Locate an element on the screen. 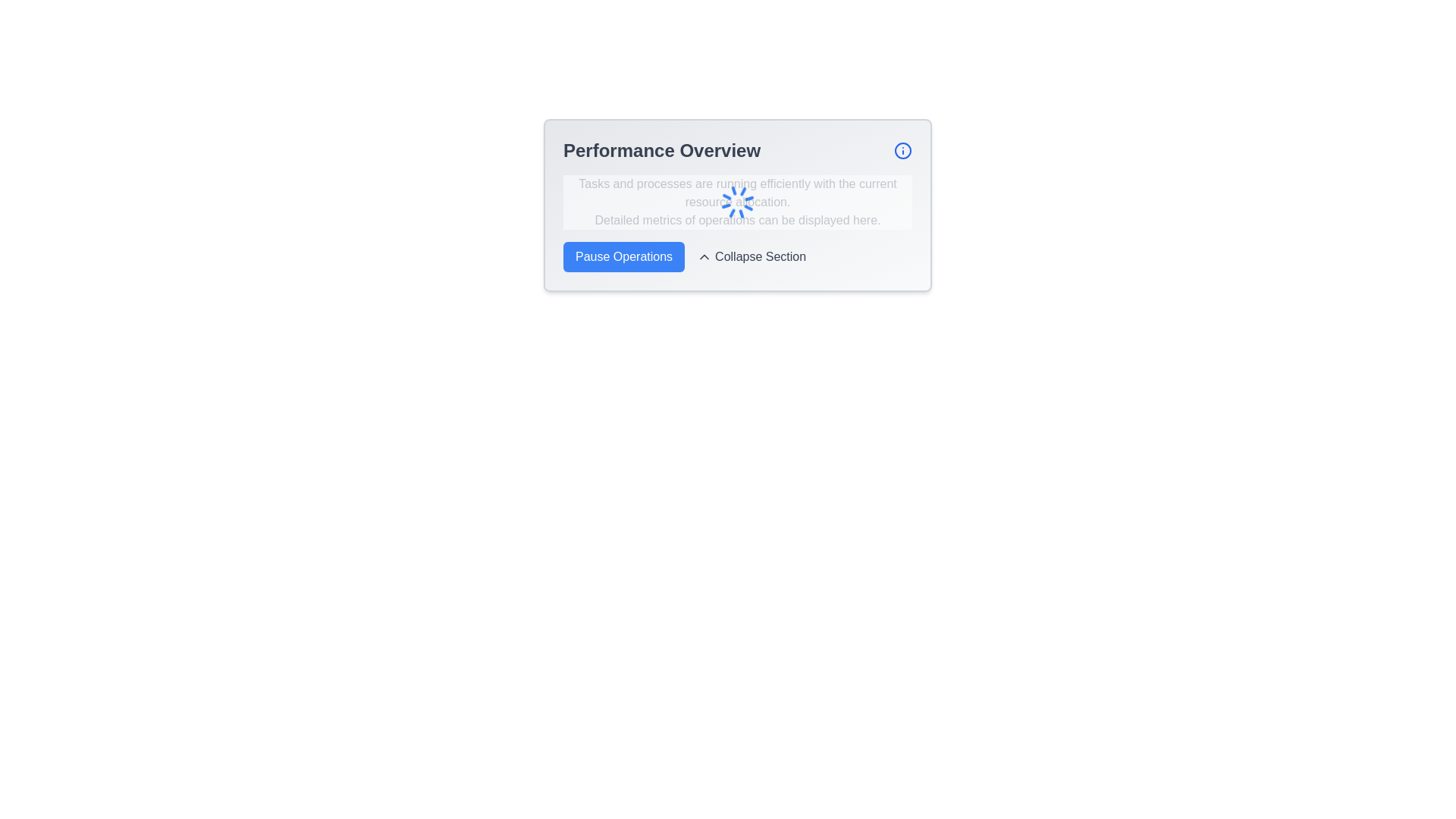  the pause button located below the 'Performance Overview' text and to the left of the 'Collapse Section' element is located at coordinates (624, 256).